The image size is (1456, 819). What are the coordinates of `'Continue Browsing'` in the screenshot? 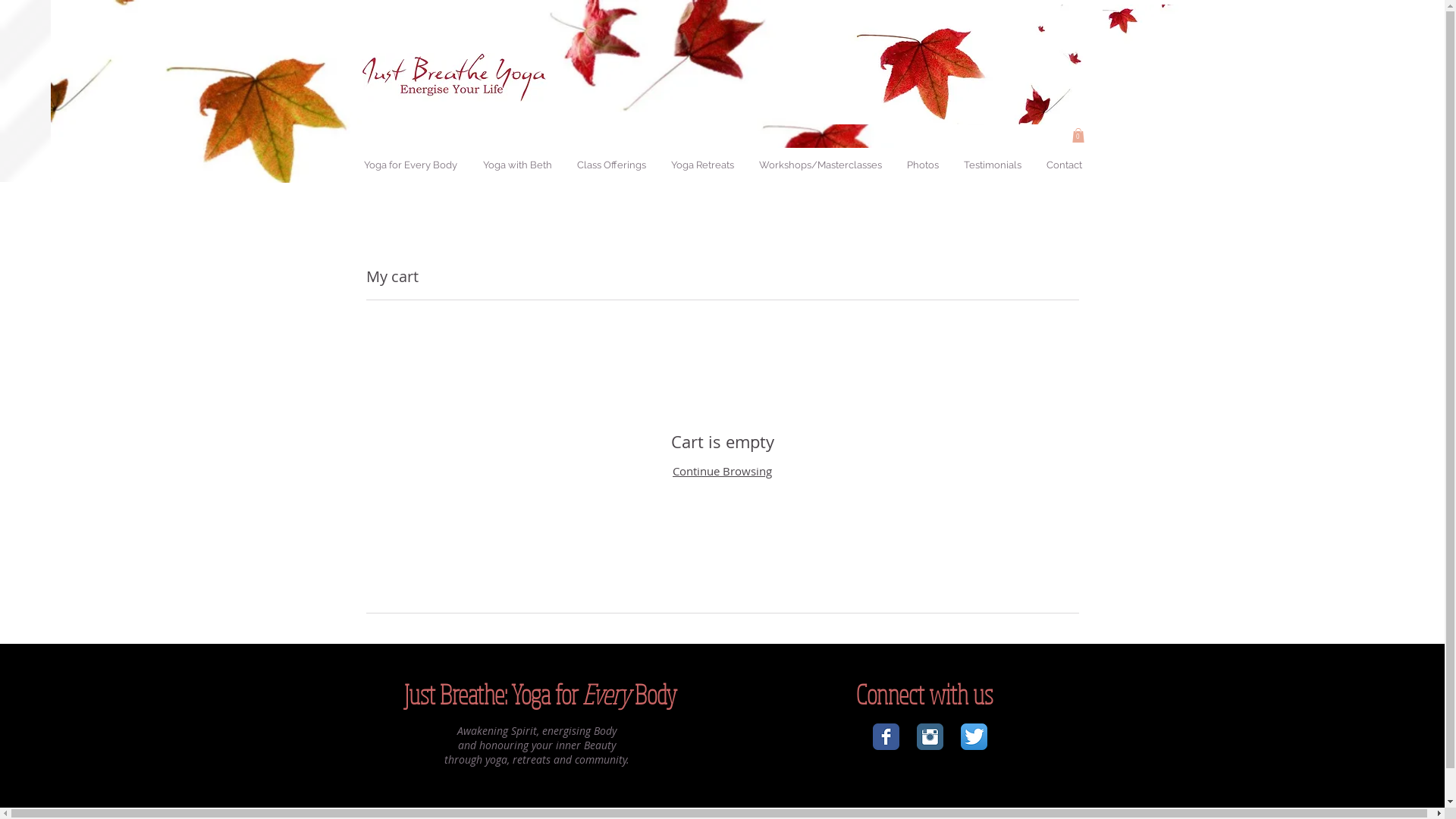 It's located at (672, 470).